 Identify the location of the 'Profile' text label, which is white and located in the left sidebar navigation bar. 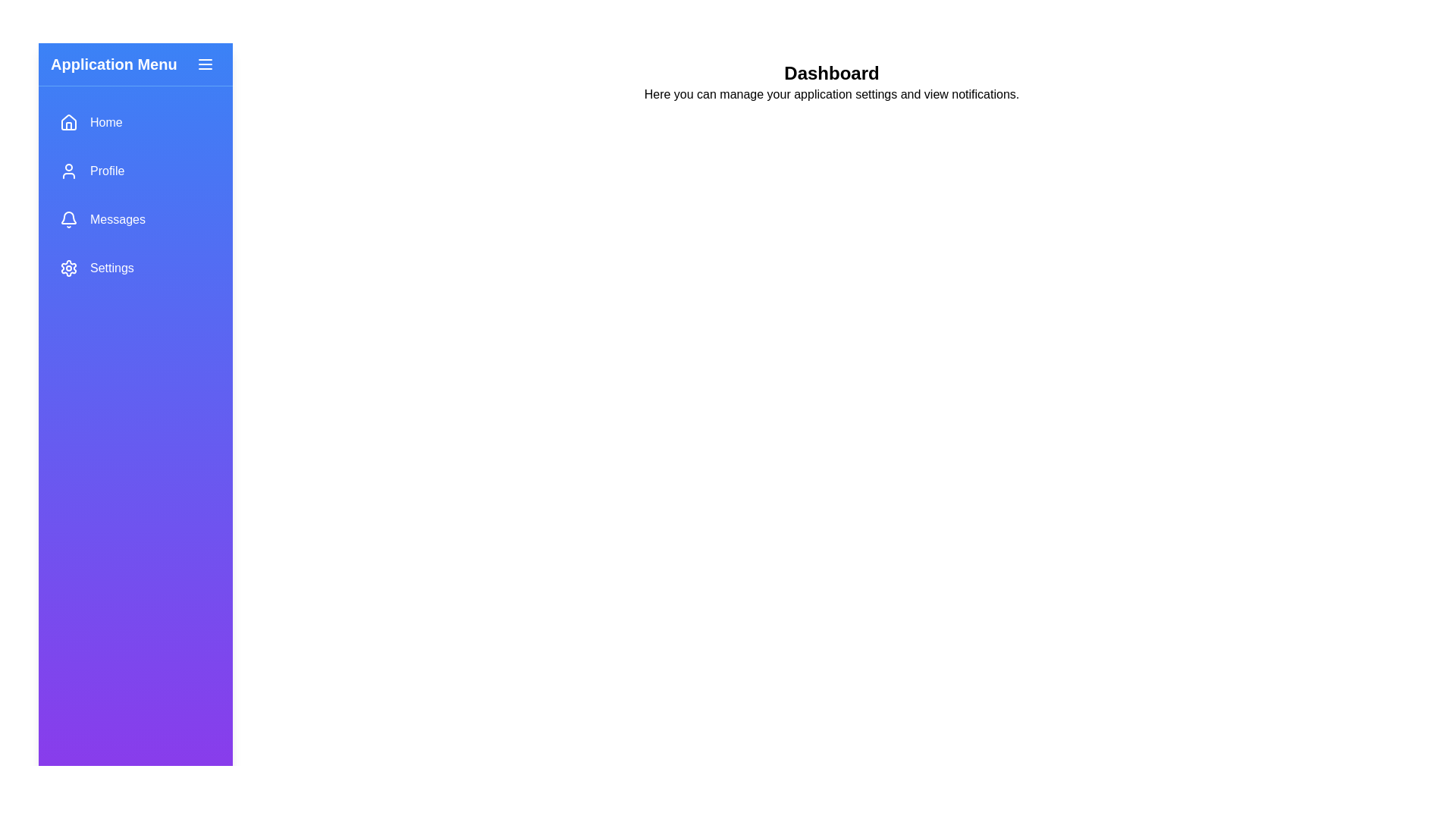
(106, 171).